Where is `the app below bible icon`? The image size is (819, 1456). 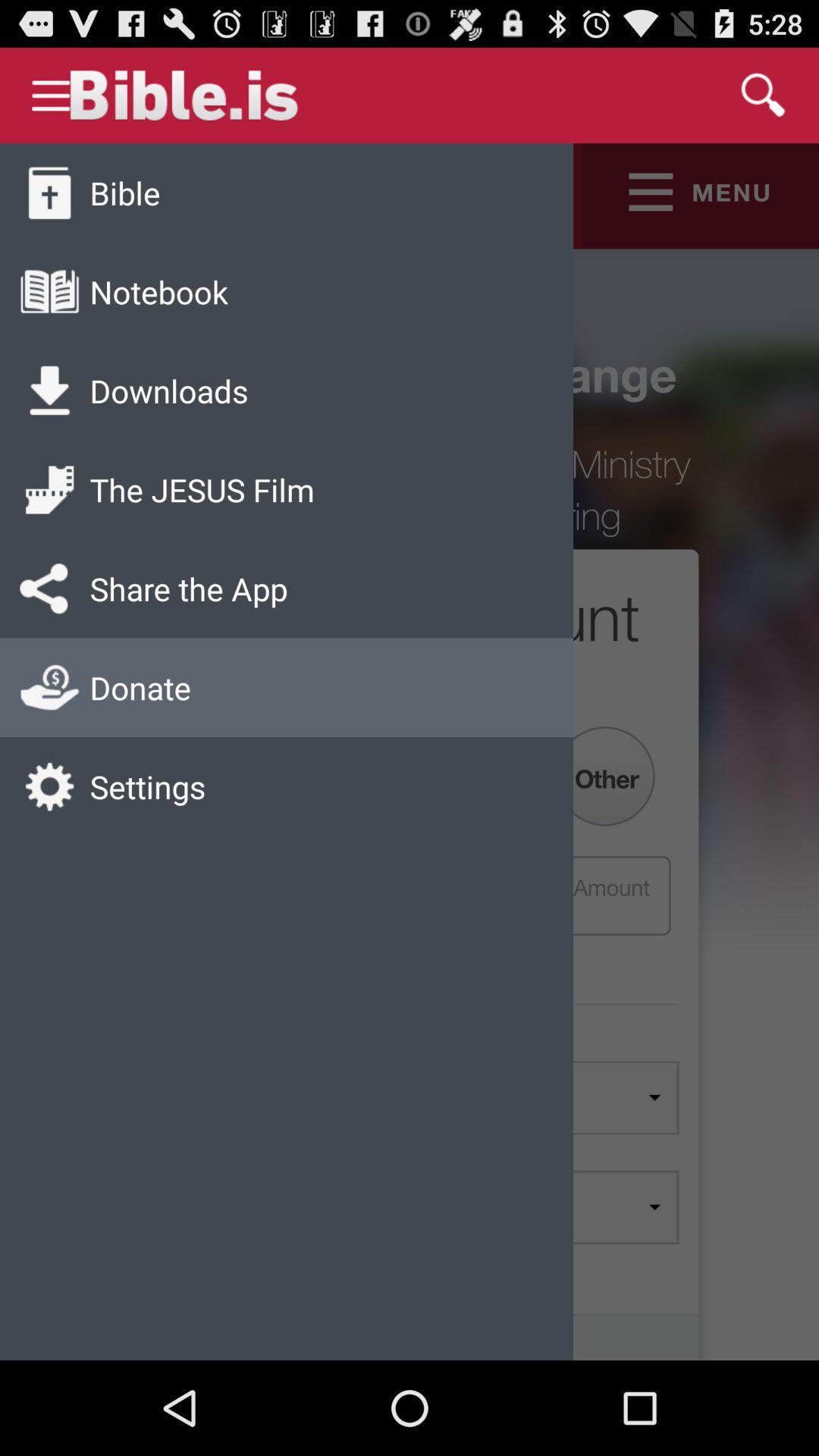 the app below bible icon is located at coordinates (158, 291).